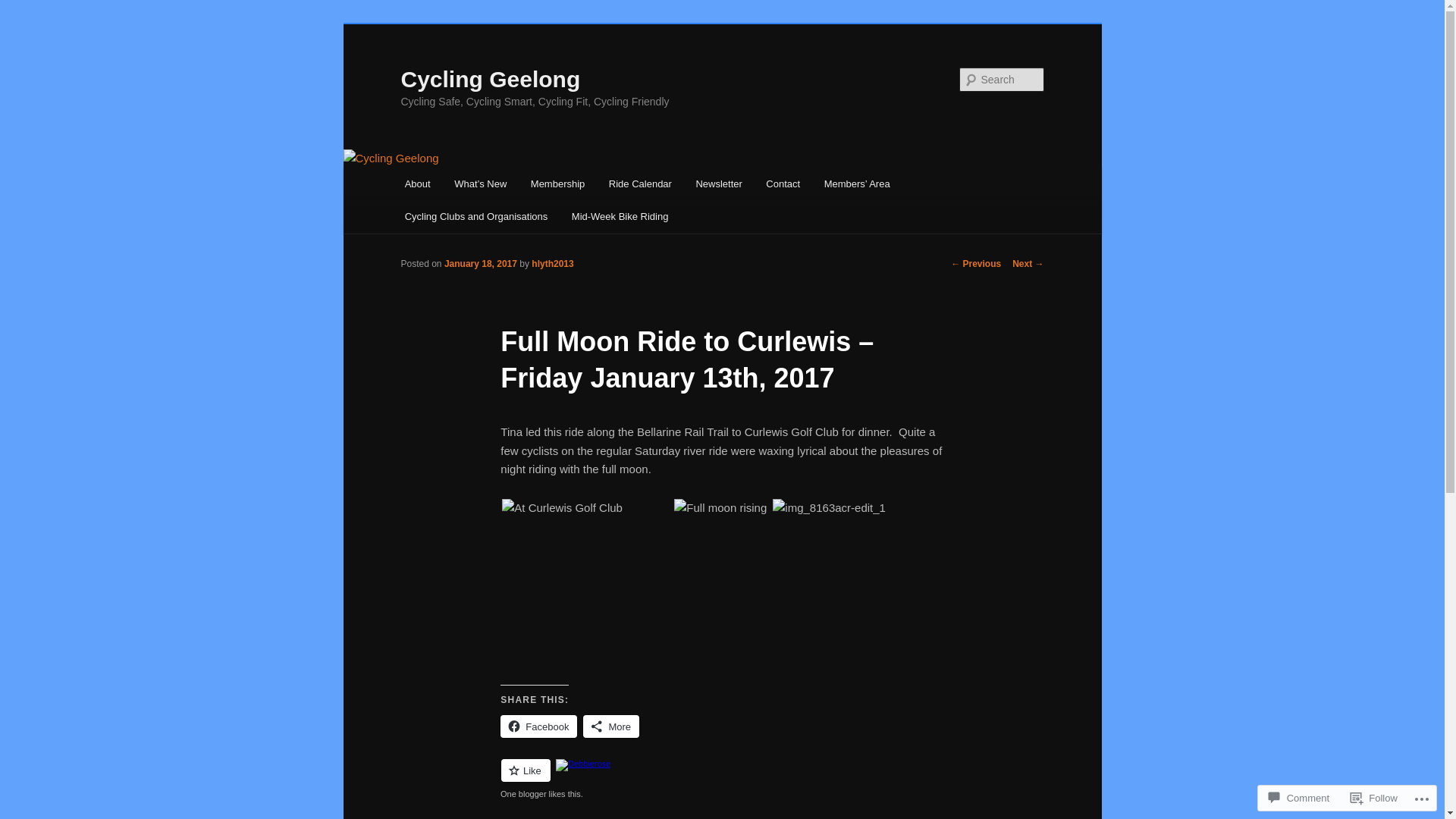  What do you see at coordinates (1374, 797) in the screenshot?
I see `'Follow'` at bounding box center [1374, 797].